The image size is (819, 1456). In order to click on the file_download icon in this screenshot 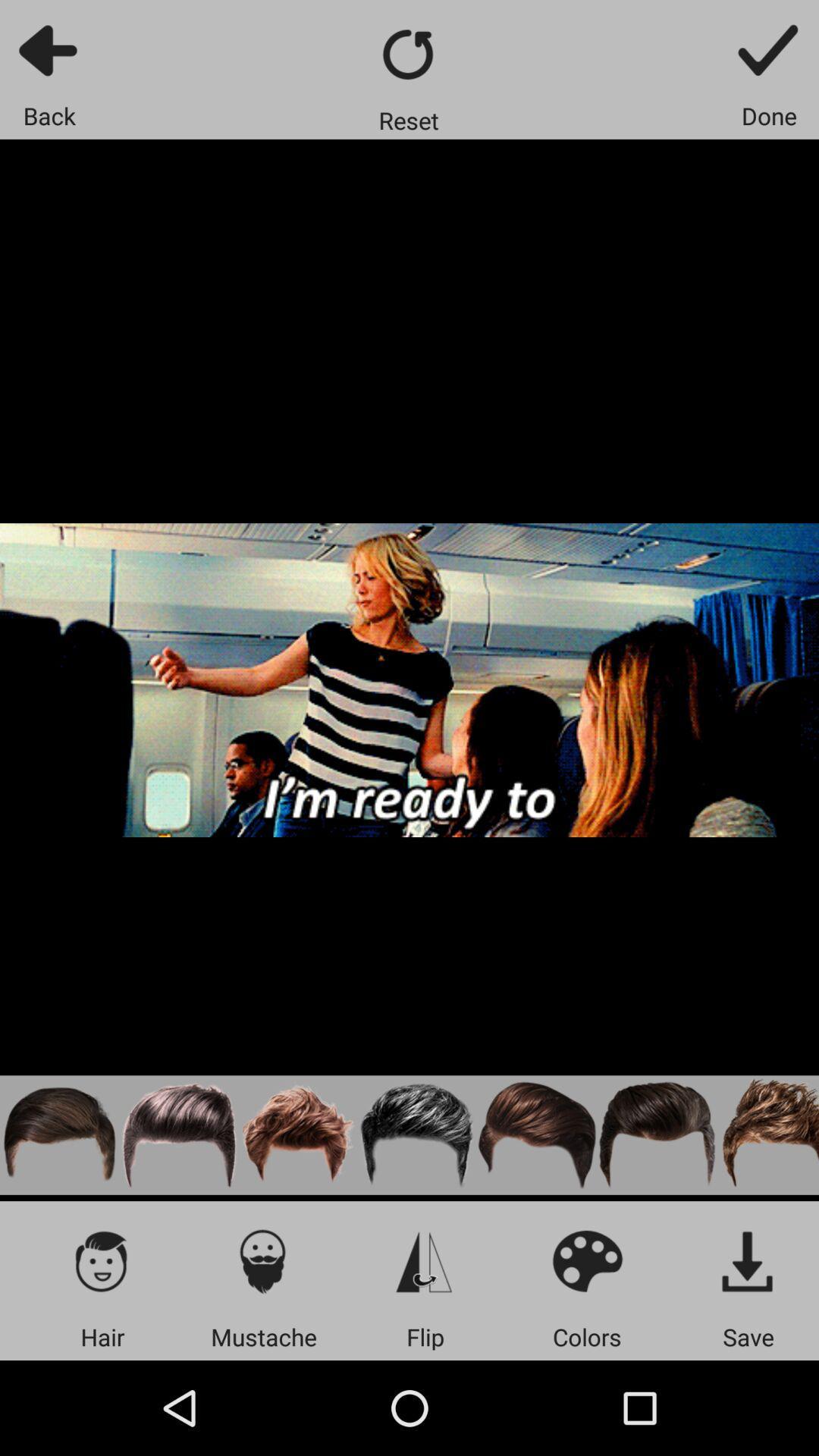, I will do `click(748, 1260)`.